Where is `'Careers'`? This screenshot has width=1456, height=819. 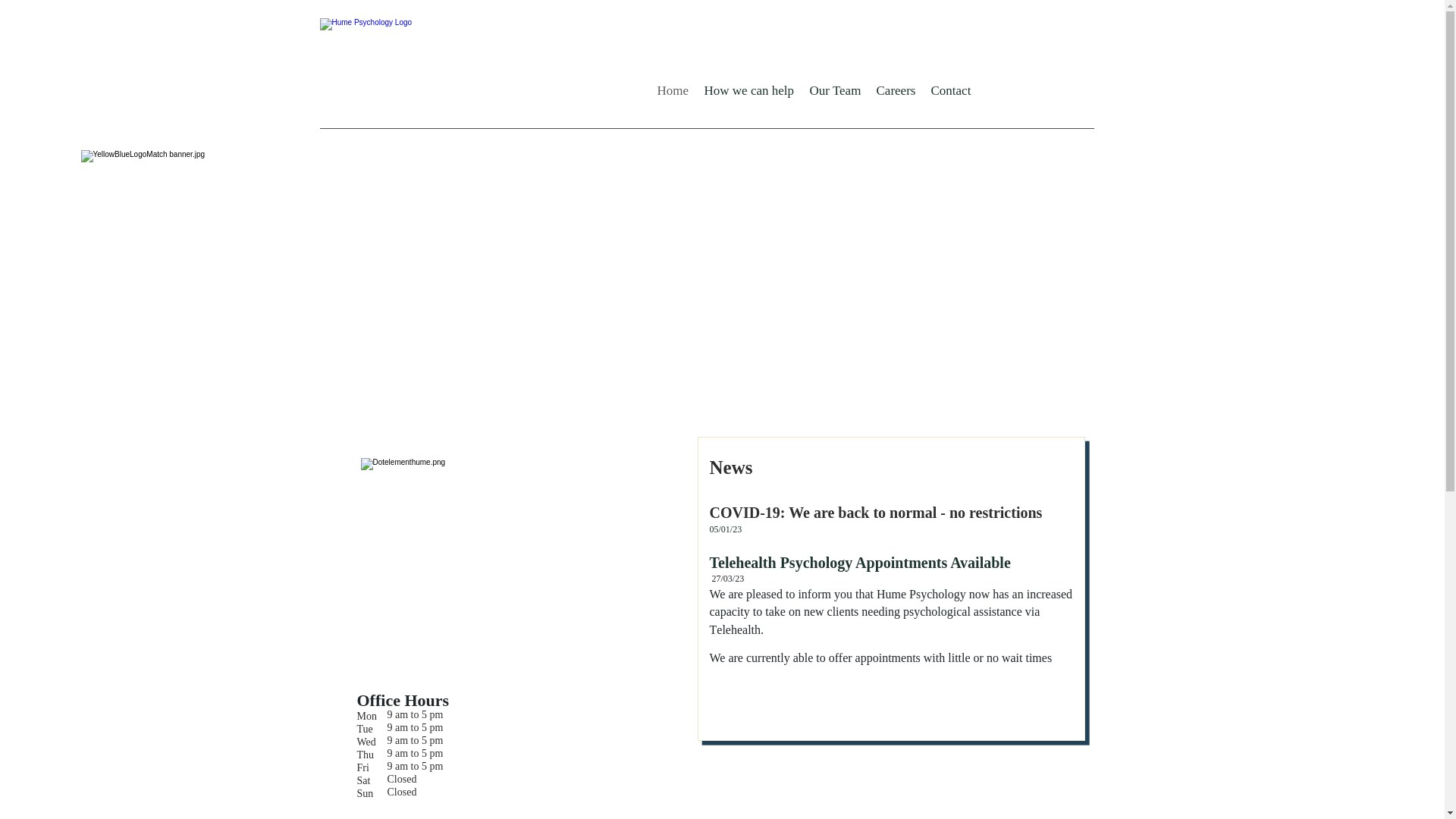 'Careers' is located at coordinates (896, 90).